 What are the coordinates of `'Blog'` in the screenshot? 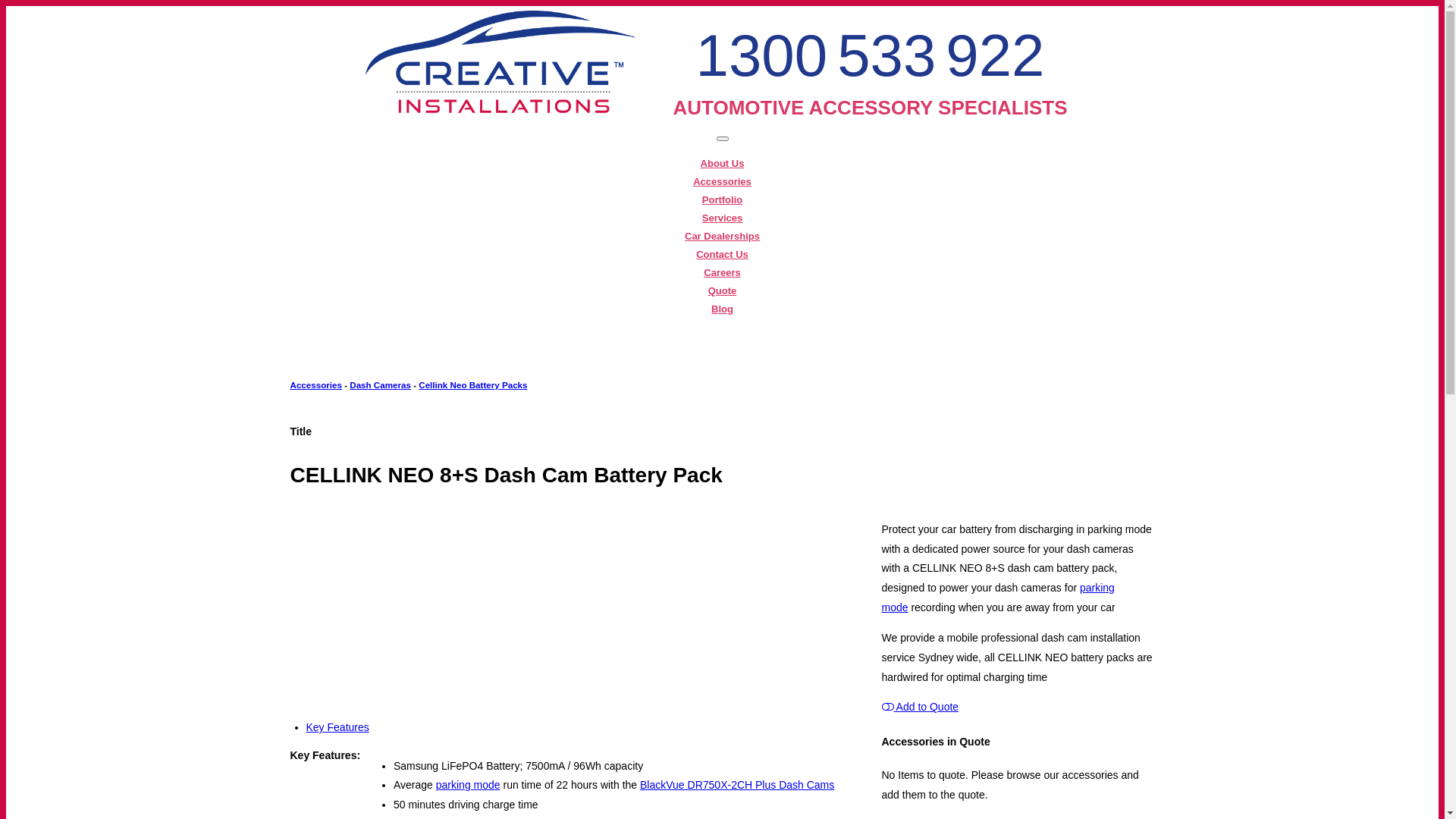 It's located at (701, 308).